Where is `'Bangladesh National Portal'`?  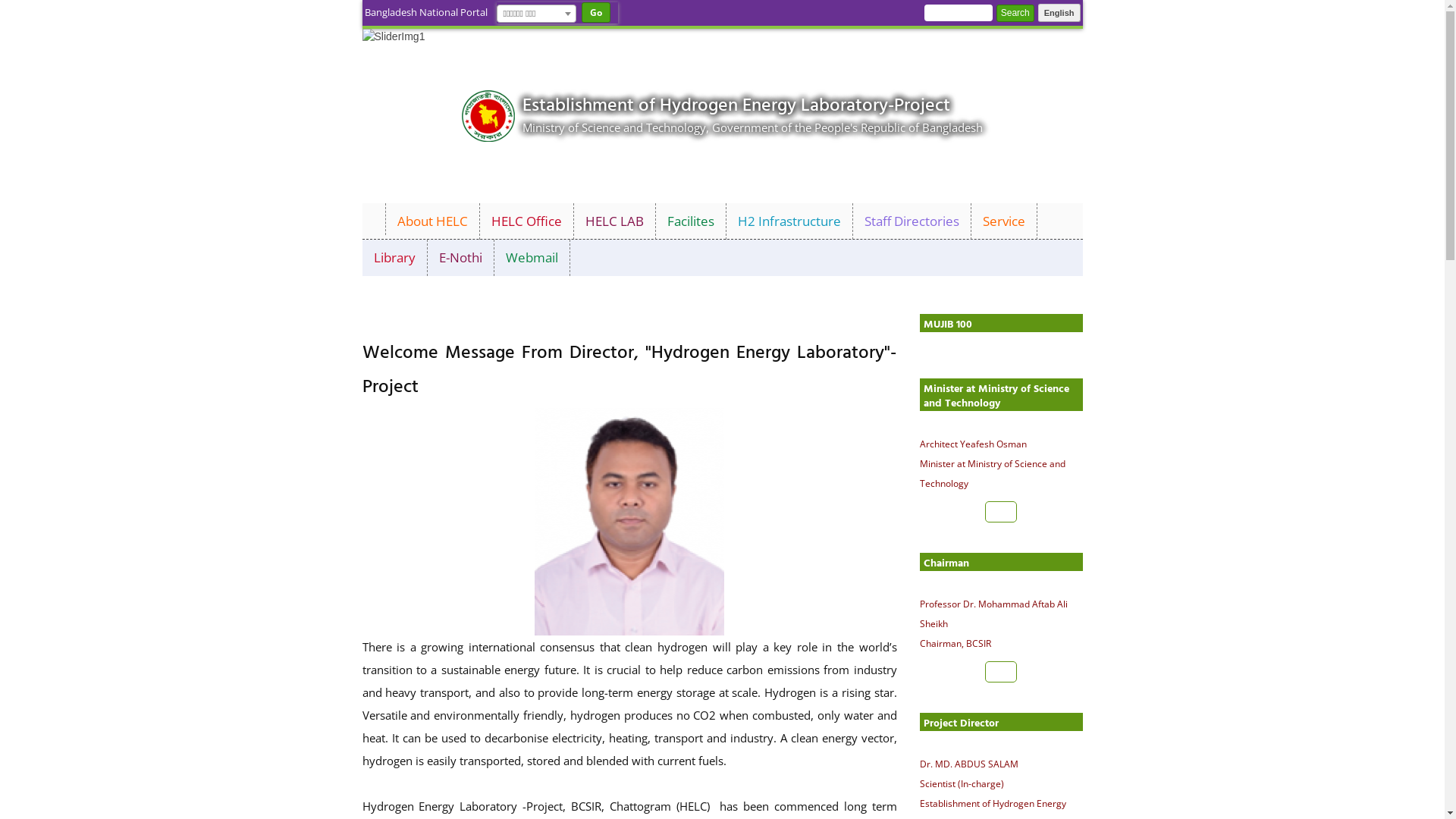 'Bangladesh National Portal' is located at coordinates (425, 12).